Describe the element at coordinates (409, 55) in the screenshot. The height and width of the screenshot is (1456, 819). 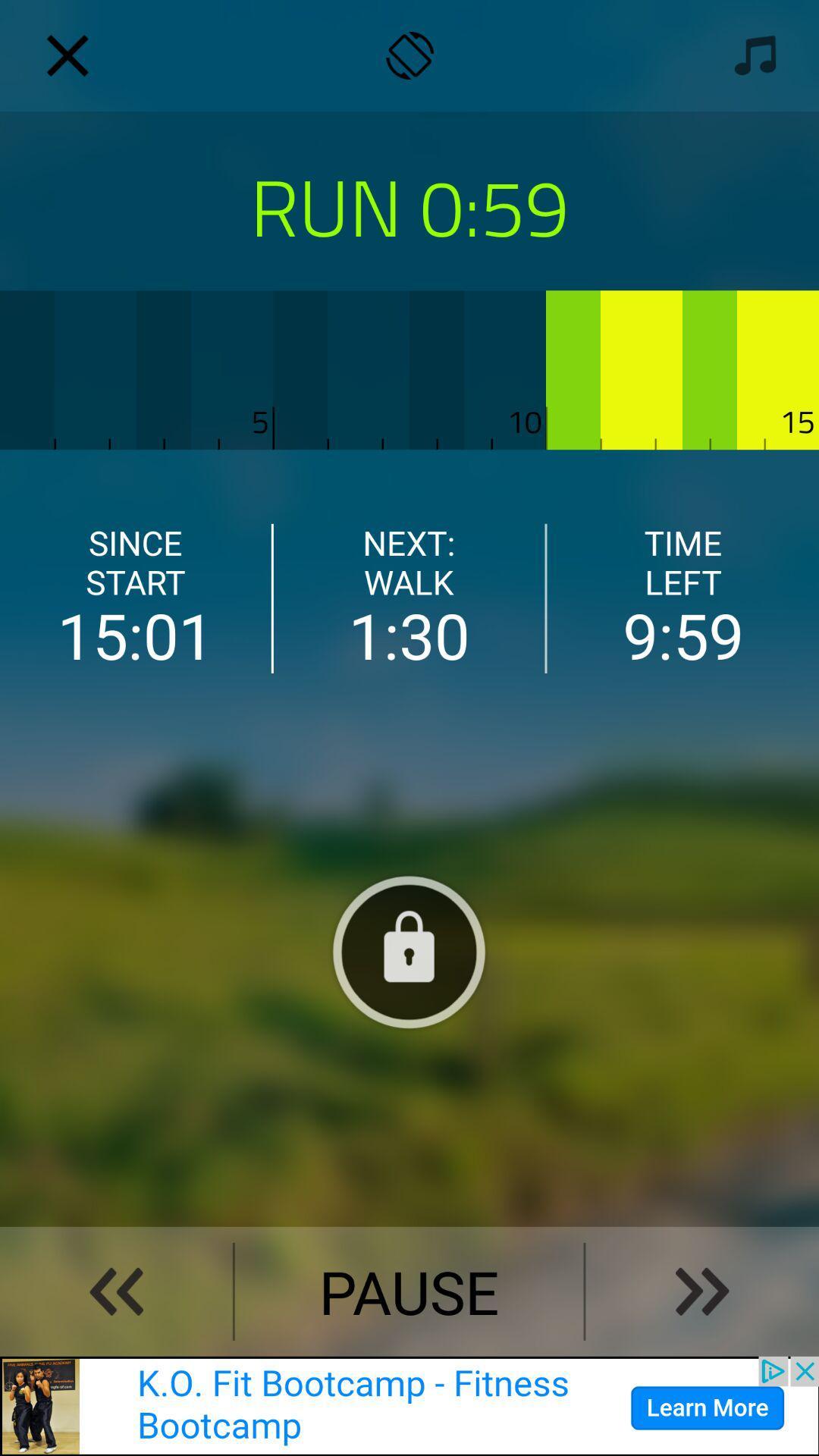
I see `turn screen` at that location.